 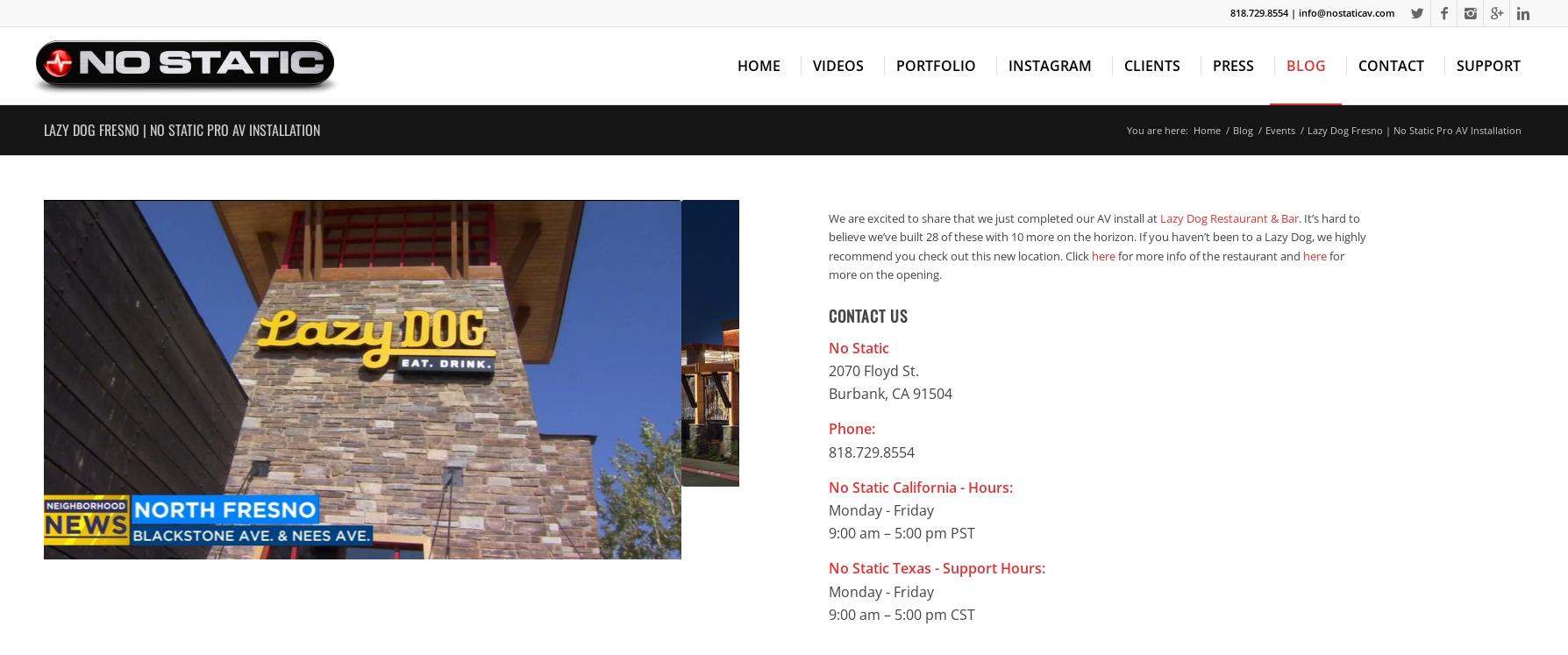 What do you see at coordinates (1347, 12) in the screenshot?
I see `'info@nostaticav.com'` at bounding box center [1347, 12].